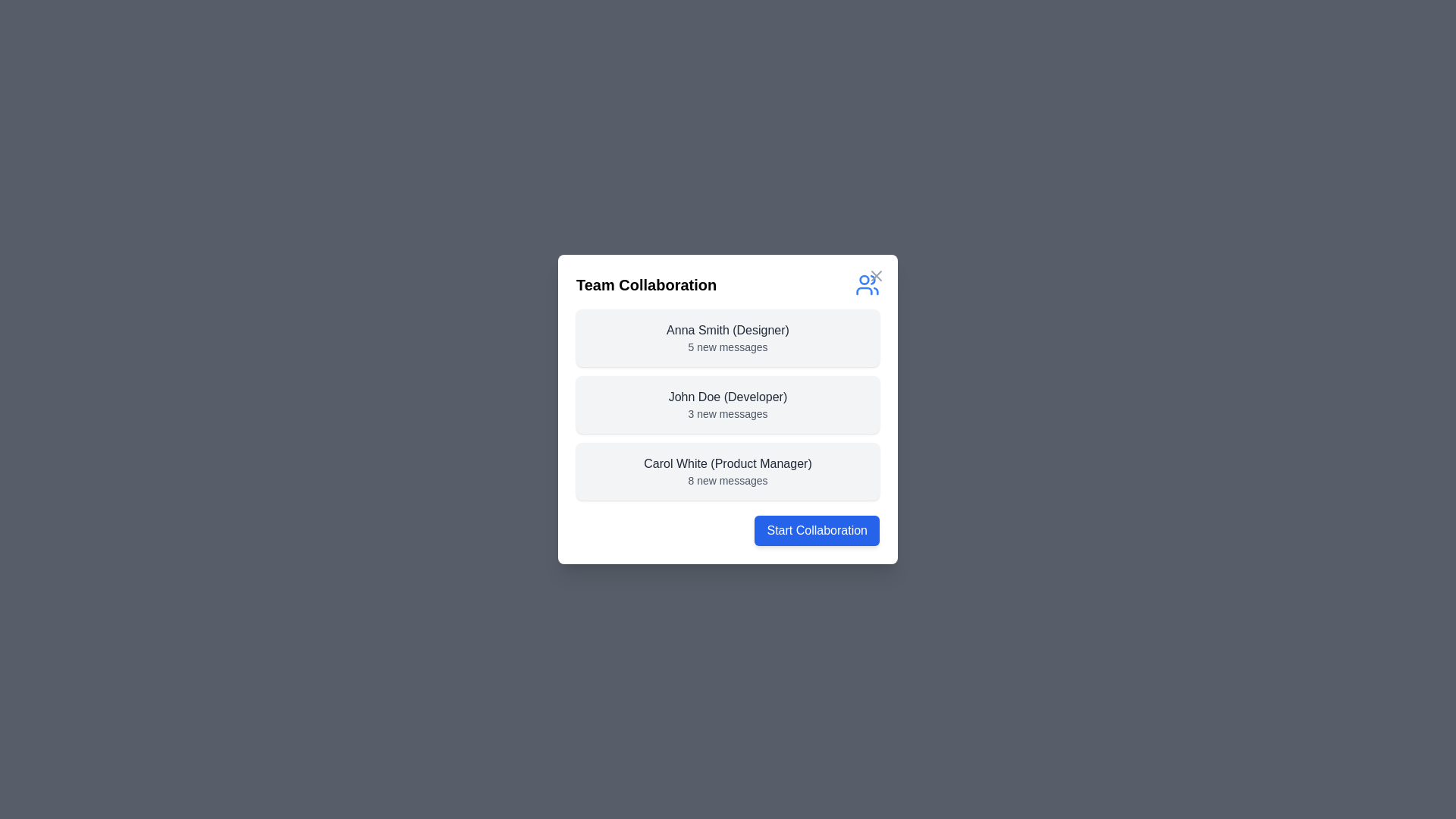 The width and height of the screenshot is (1456, 819). What do you see at coordinates (815, 529) in the screenshot?
I see `'Start Collaboration' button to initiate a collaborative session` at bounding box center [815, 529].